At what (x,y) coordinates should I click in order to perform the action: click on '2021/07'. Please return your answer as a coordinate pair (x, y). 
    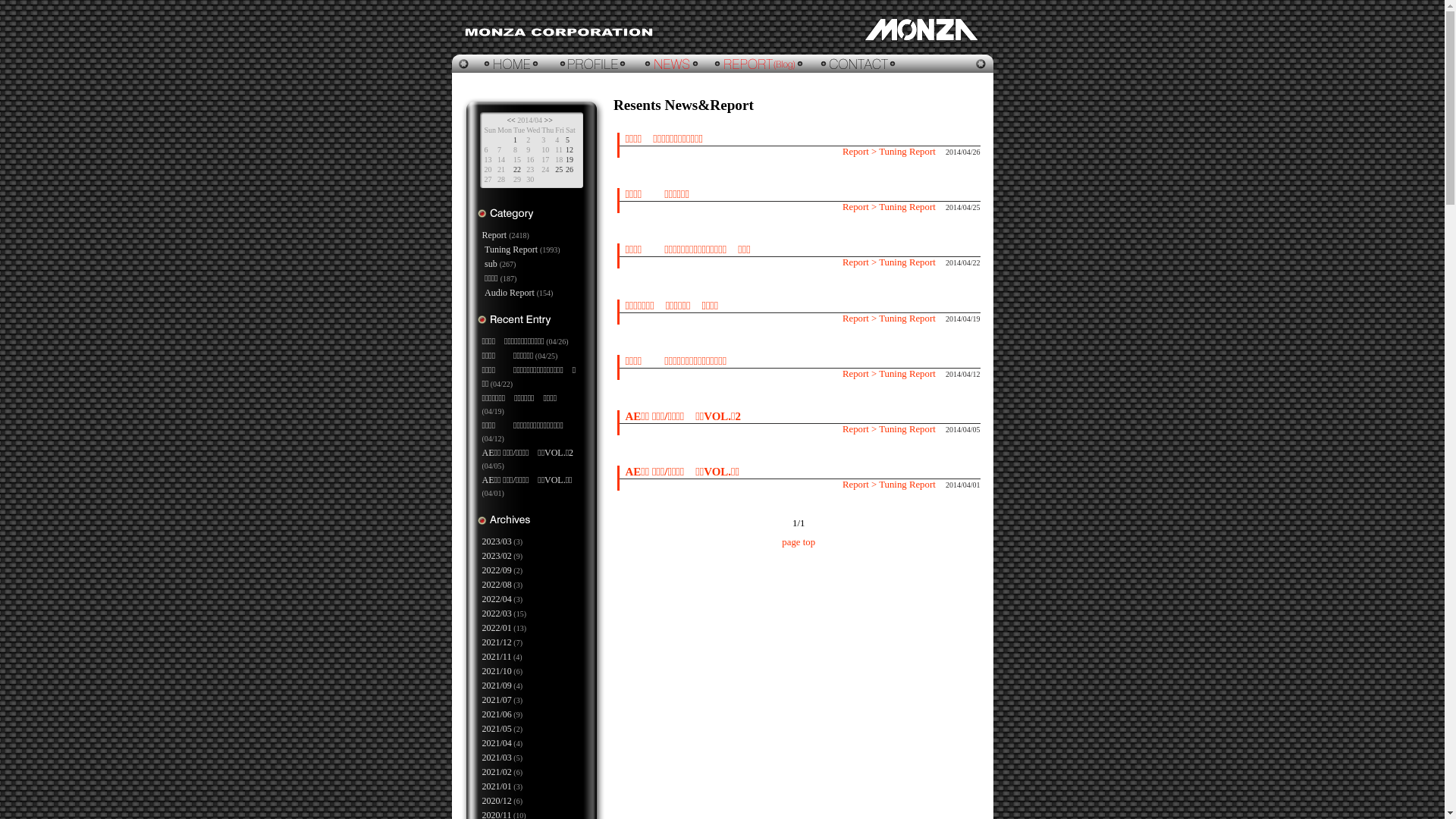
    Looking at the image, I should click on (497, 699).